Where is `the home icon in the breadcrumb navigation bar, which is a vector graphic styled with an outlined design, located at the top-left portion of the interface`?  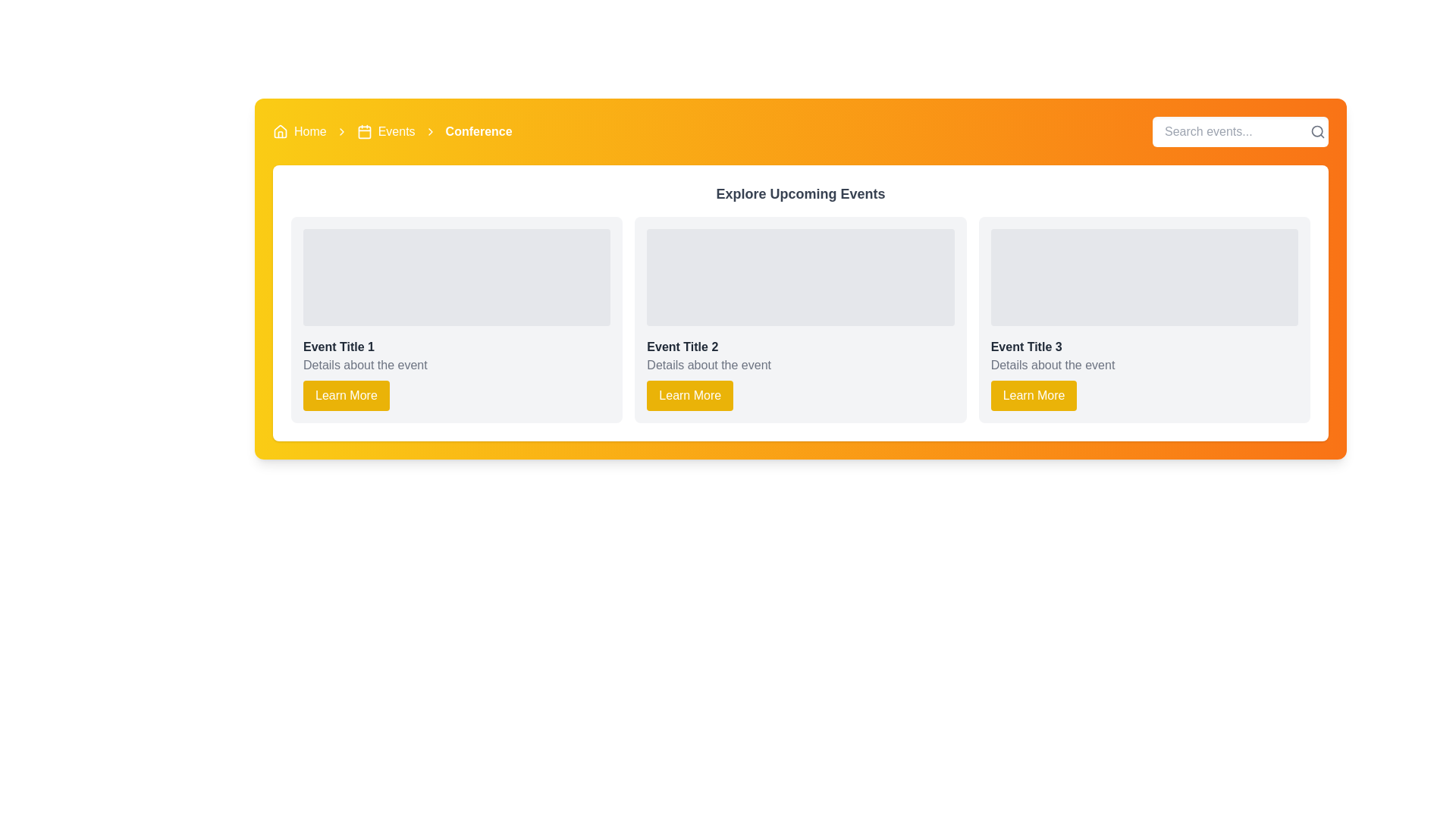 the home icon in the breadcrumb navigation bar, which is a vector graphic styled with an outlined design, located at the top-left portion of the interface is located at coordinates (280, 130).